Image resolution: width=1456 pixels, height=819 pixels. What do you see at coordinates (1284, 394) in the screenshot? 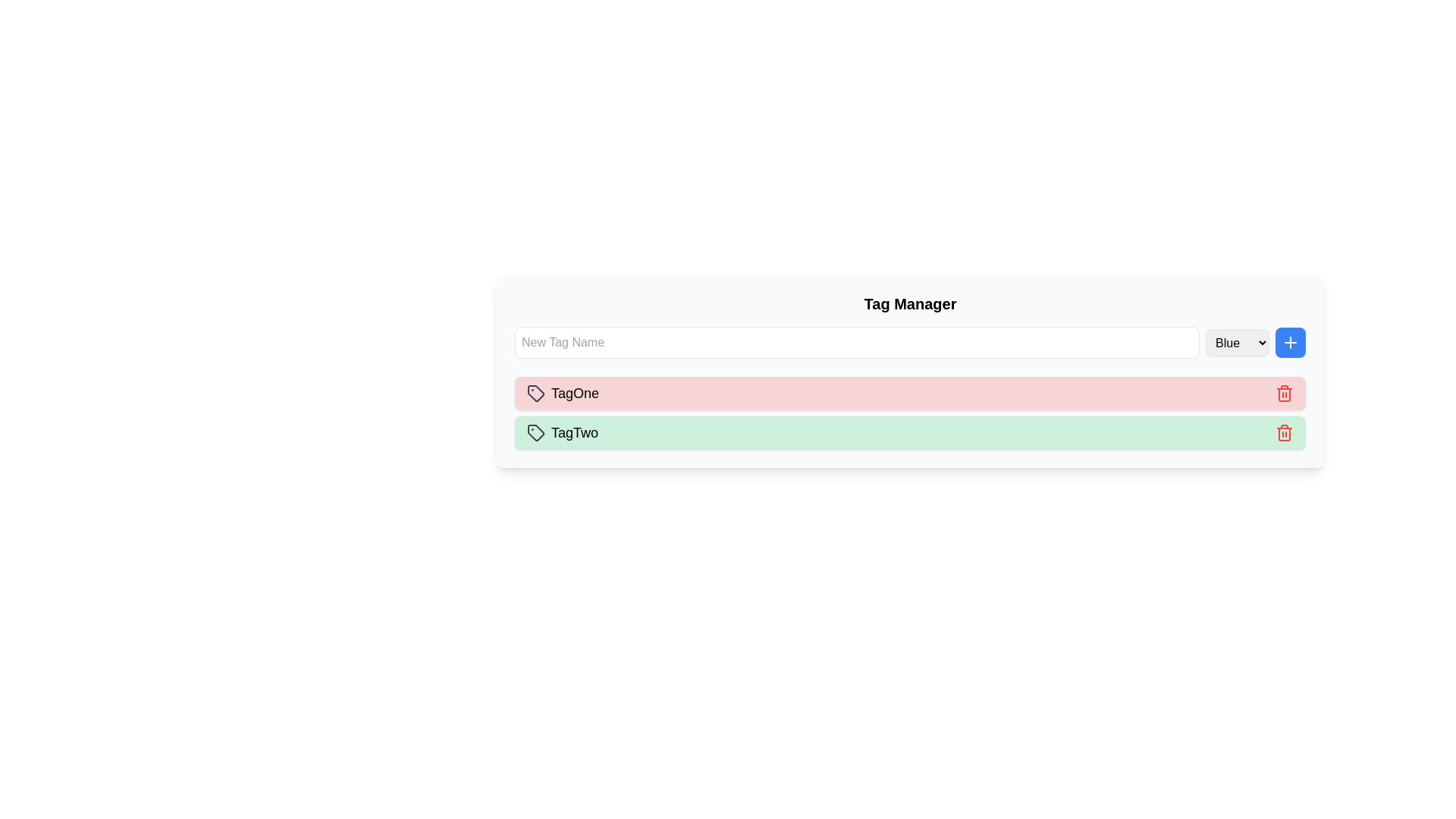
I see `the decorative element representing the trash bin icon at the end of the row labeled 'TagTwo', which indicates the delete functionality` at bounding box center [1284, 394].